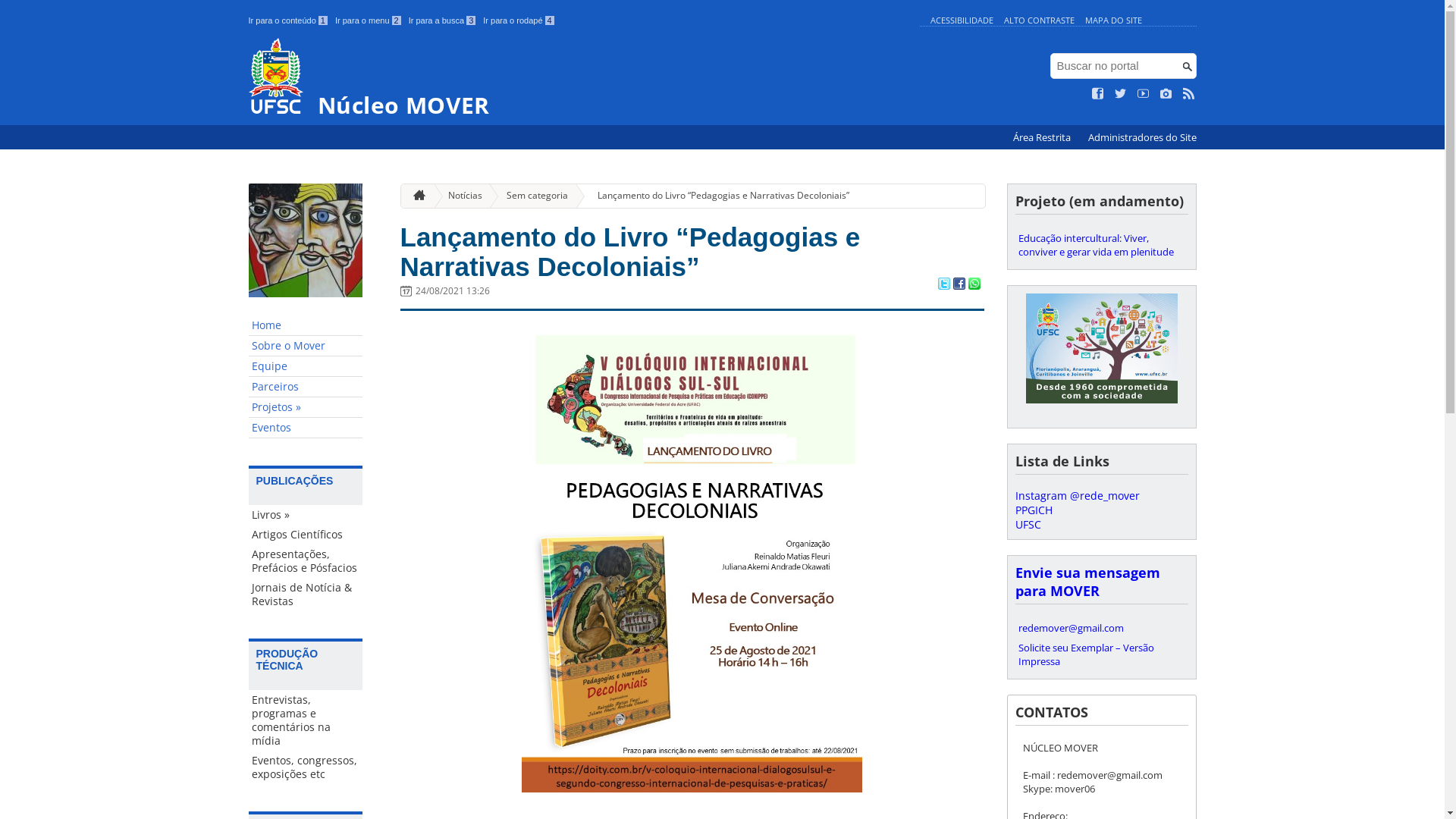 This screenshot has height=819, width=1456. Describe the element at coordinates (334, 20) in the screenshot. I see `'Ir para o menu 2'` at that location.